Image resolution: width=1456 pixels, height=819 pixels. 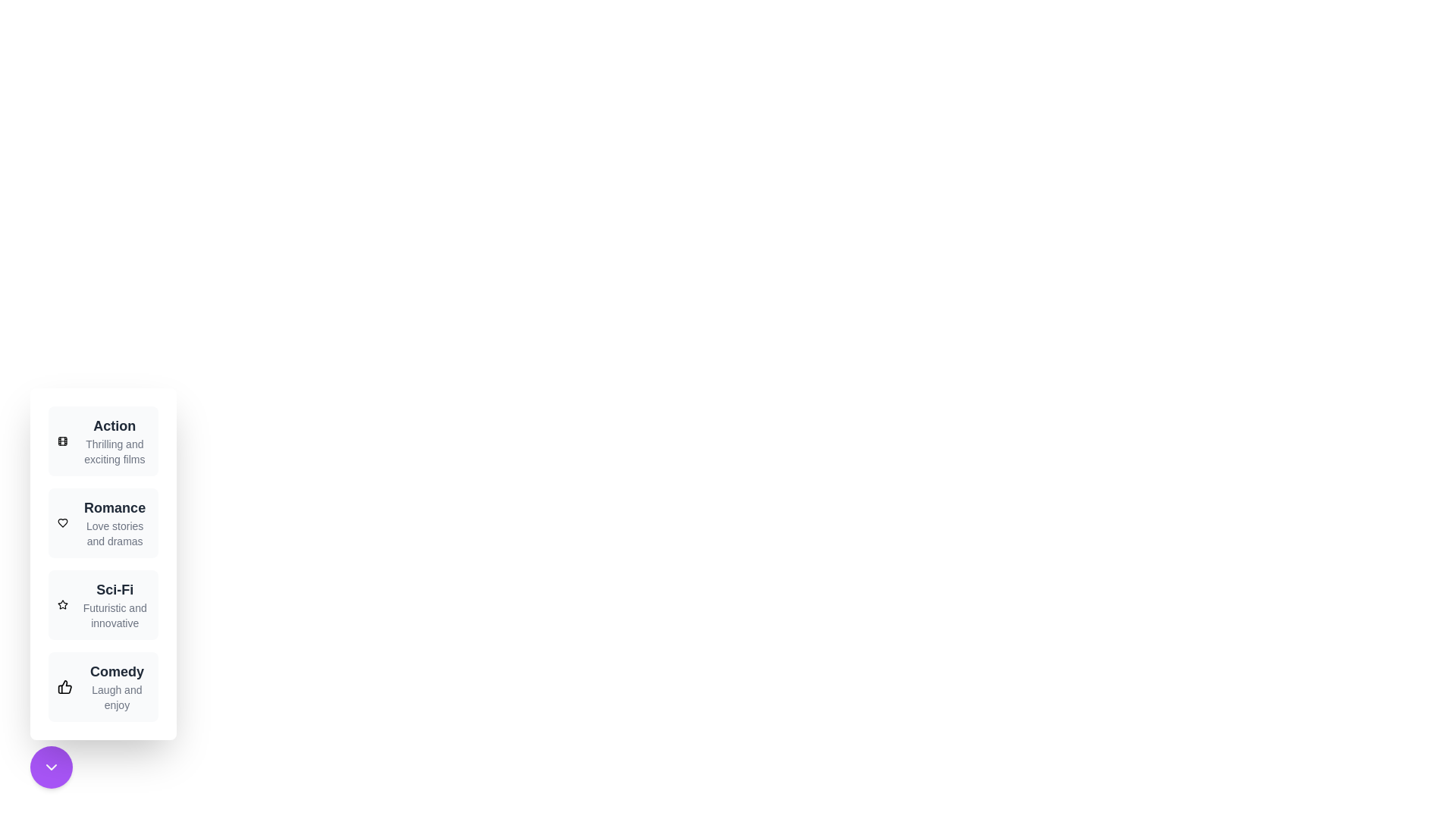 I want to click on the genre Comedy to view its details, so click(x=102, y=687).